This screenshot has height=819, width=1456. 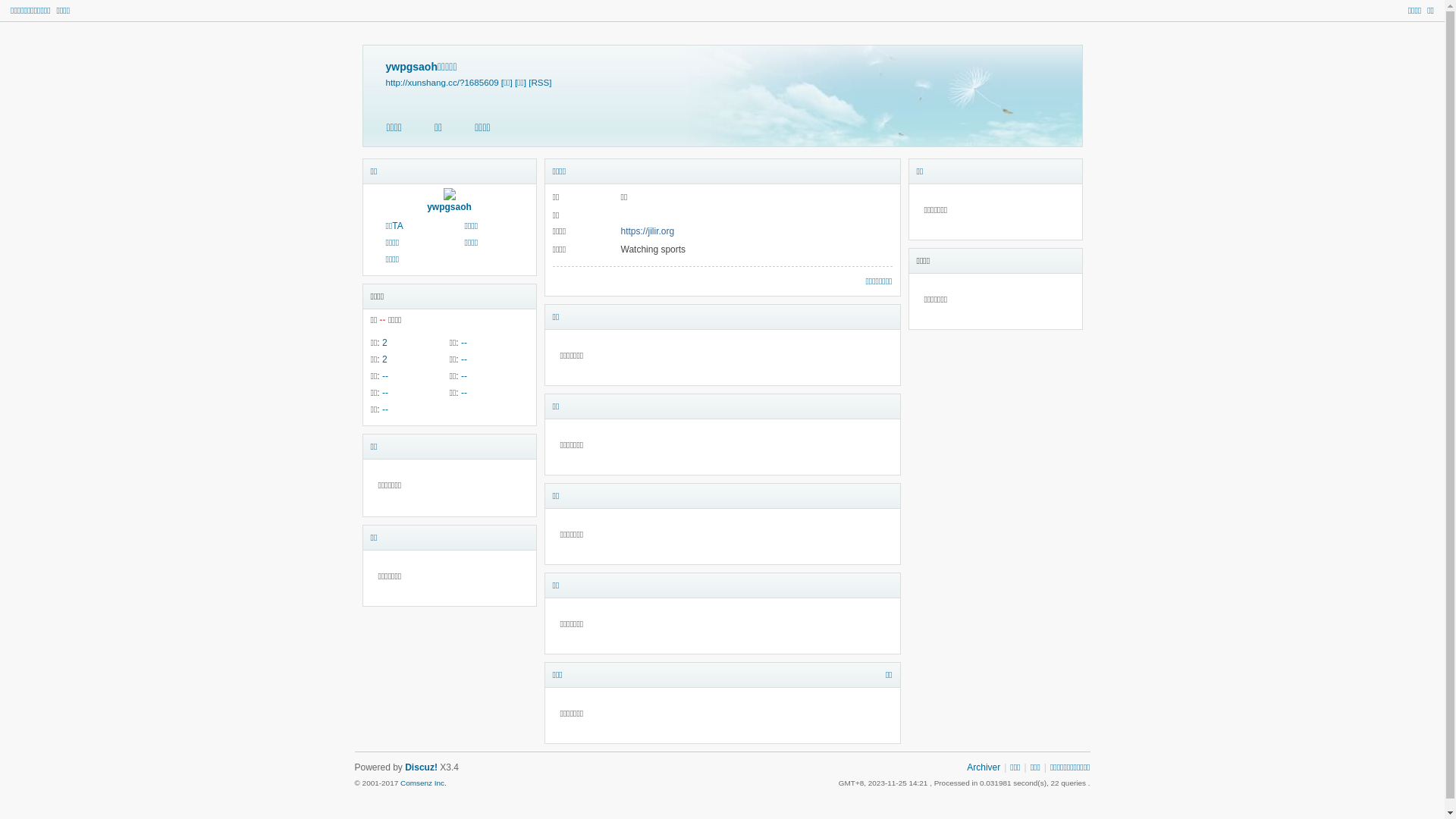 What do you see at coordinates (460, 342) in the screenshot?
I see `'--'` at bounding box center [460, 342].